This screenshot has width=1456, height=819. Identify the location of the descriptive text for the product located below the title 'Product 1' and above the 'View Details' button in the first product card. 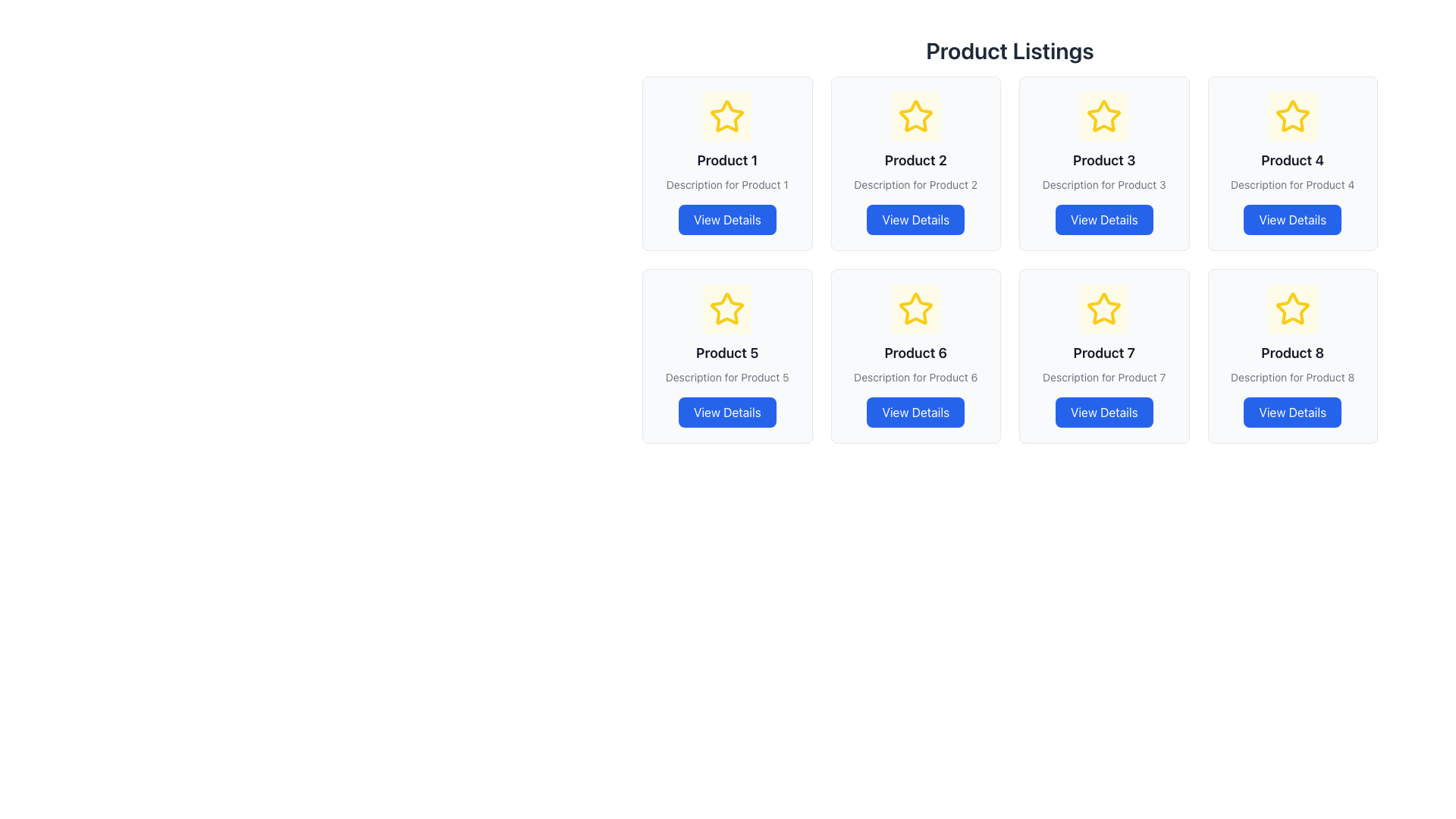
(726, 184).